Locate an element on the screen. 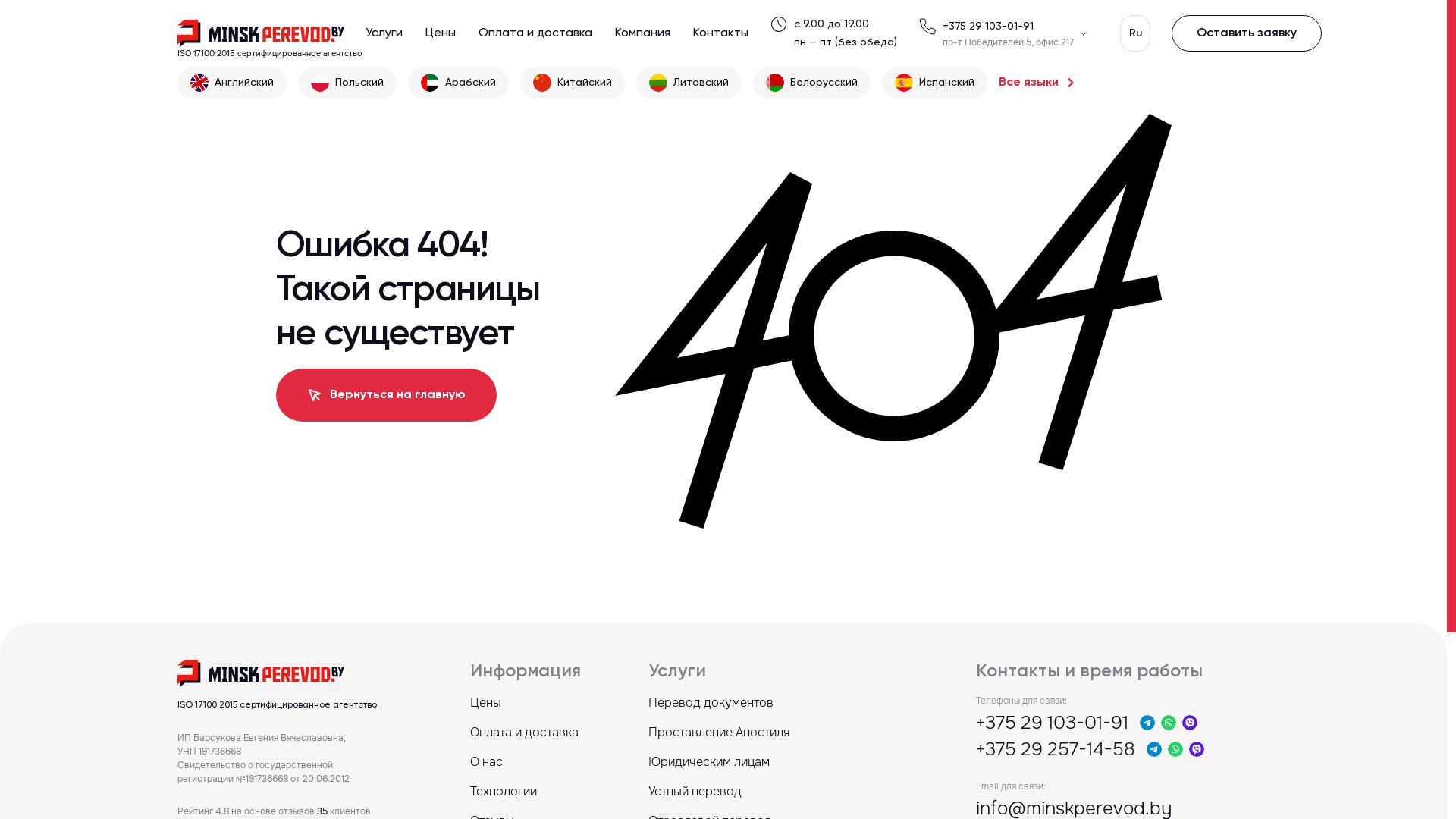  '+375 29 103-01-91' is located at coordinates (987, 26).